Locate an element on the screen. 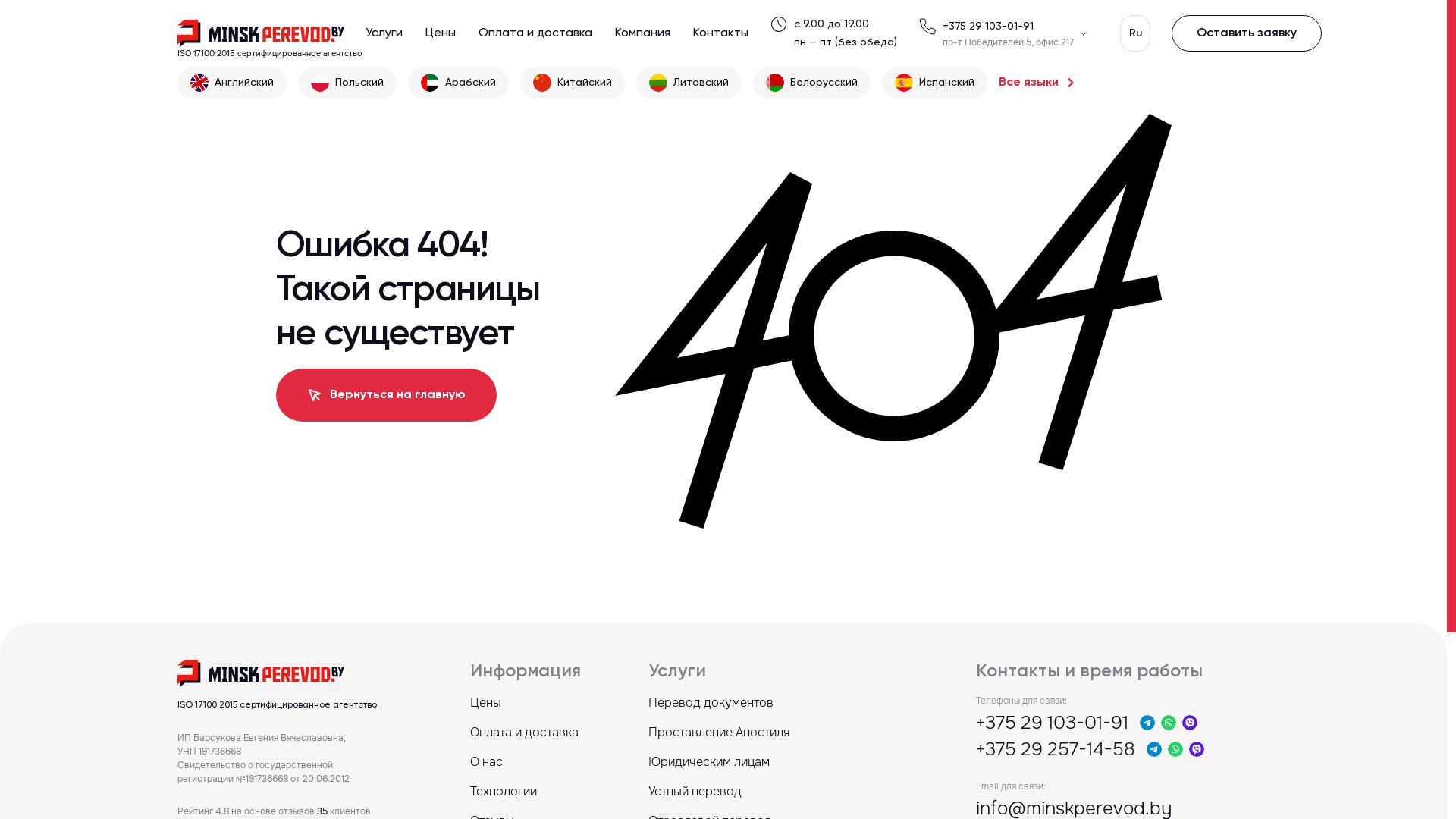  '+375 29 103-01-91' is located at coordinates (987, 26).